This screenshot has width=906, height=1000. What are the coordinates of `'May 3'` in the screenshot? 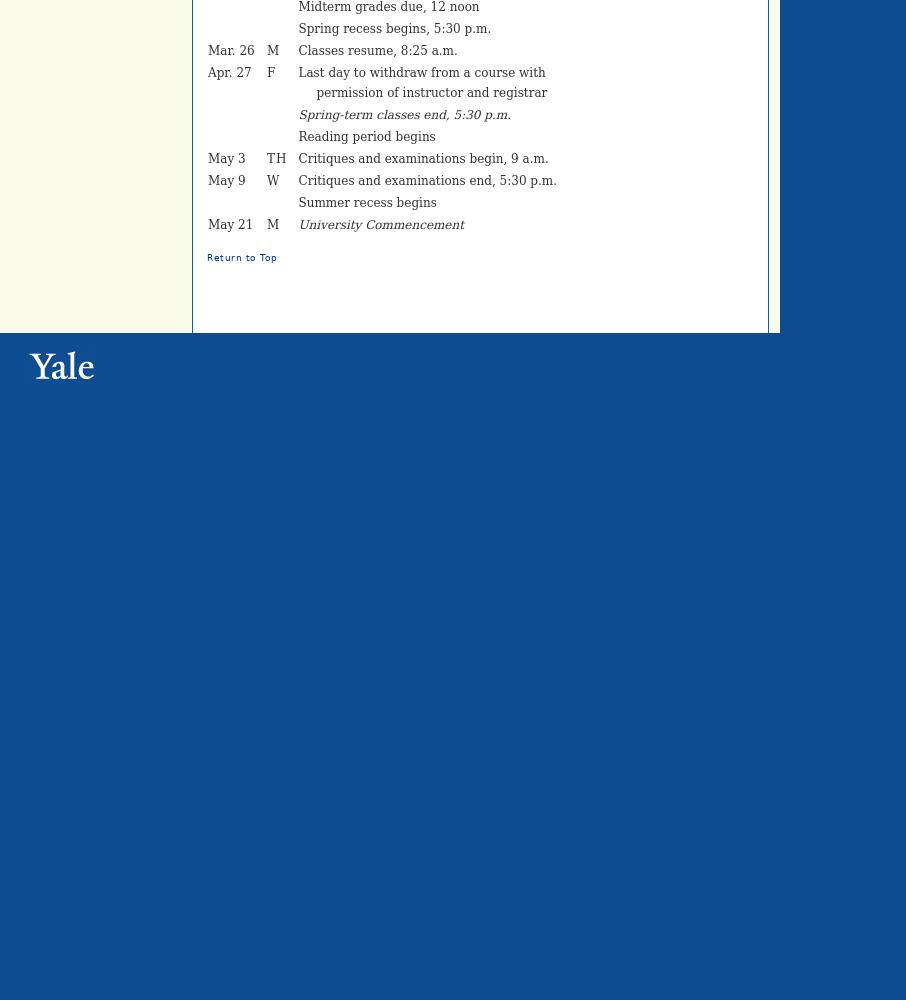 It's located at (225, 159).